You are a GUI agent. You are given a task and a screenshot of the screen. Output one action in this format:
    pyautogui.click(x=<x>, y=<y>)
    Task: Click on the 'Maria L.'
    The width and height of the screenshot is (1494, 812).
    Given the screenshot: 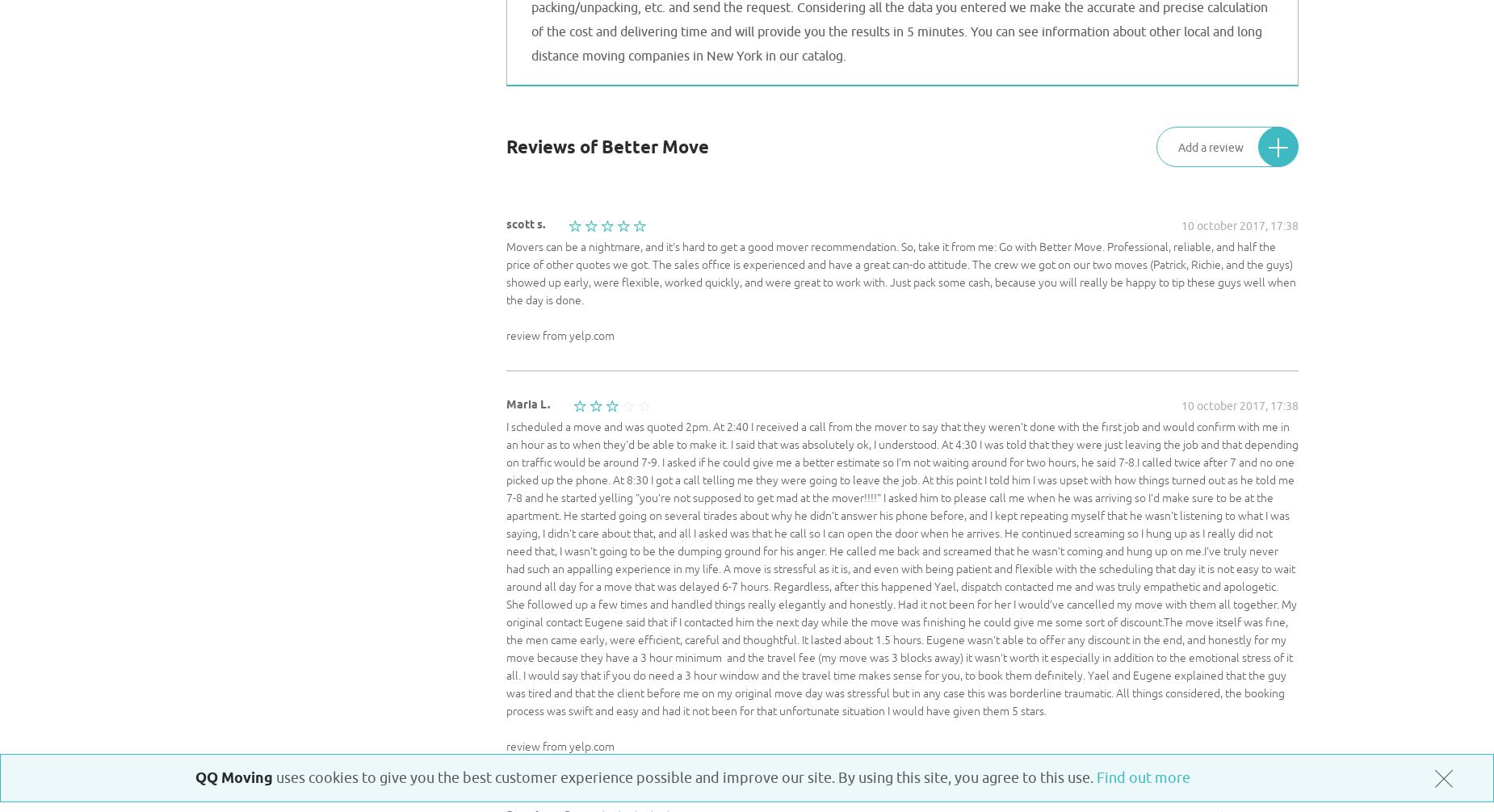 What is the action you would take?
    pyautogui.click(x=527, y=402)
    